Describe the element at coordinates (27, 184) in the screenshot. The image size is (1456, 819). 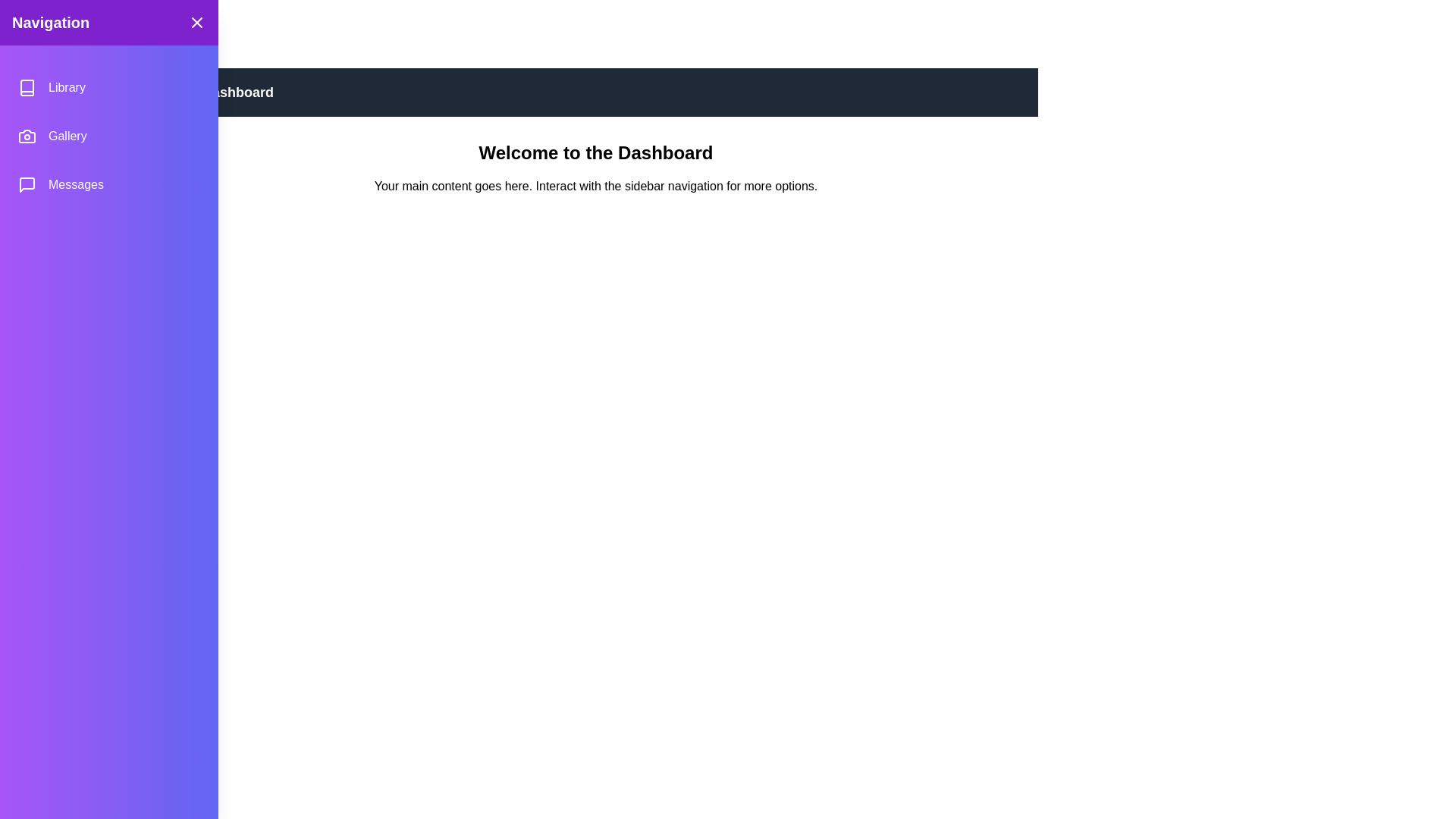
I see `the SVG icon representing messages in the navigation menu, located to the left of the 'Messages' label` at that location.